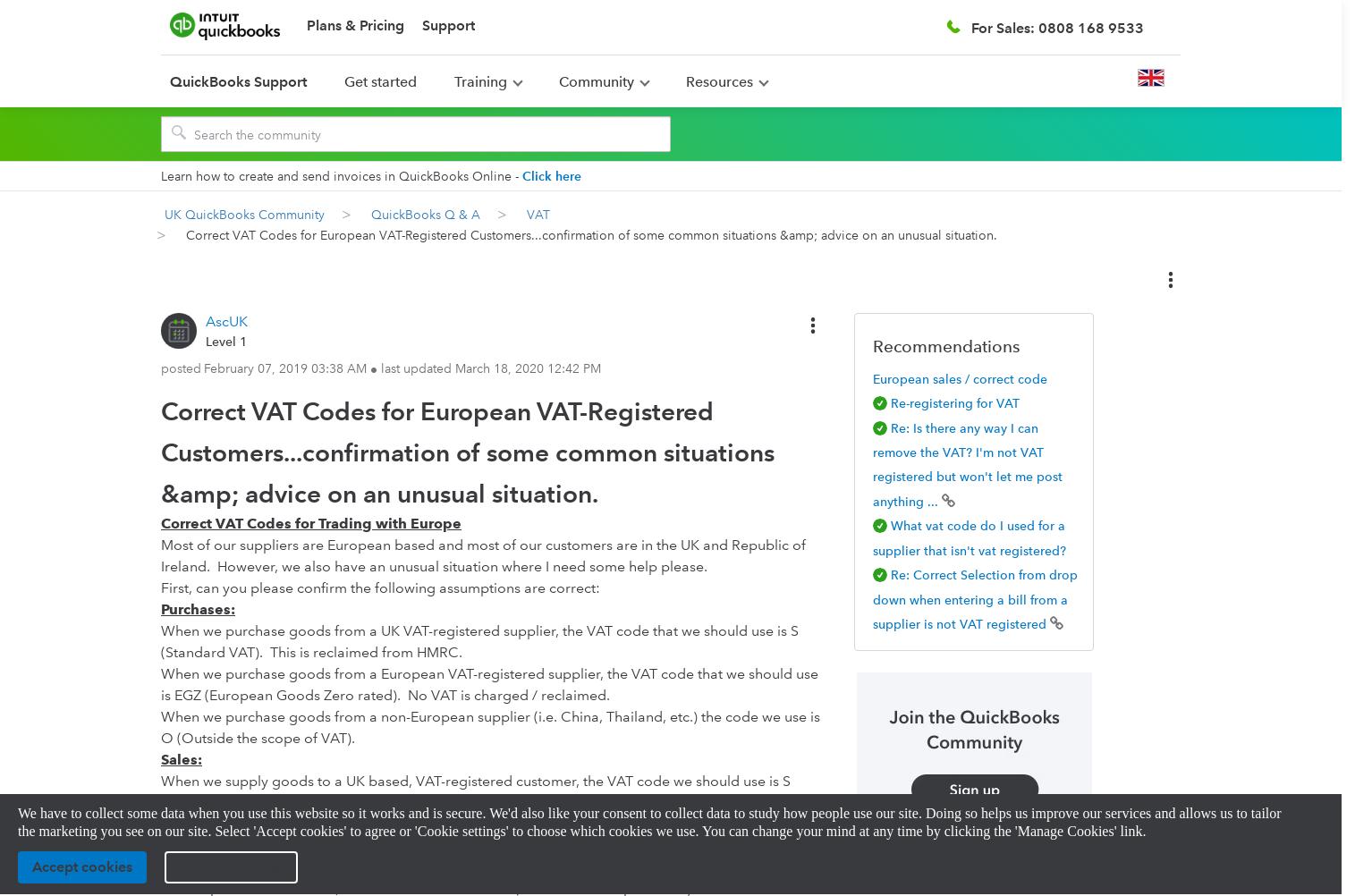  What do you see at coordinates (521, 175) in the screenshot?
I see `'Click here'` at bounding box center [521, 175].